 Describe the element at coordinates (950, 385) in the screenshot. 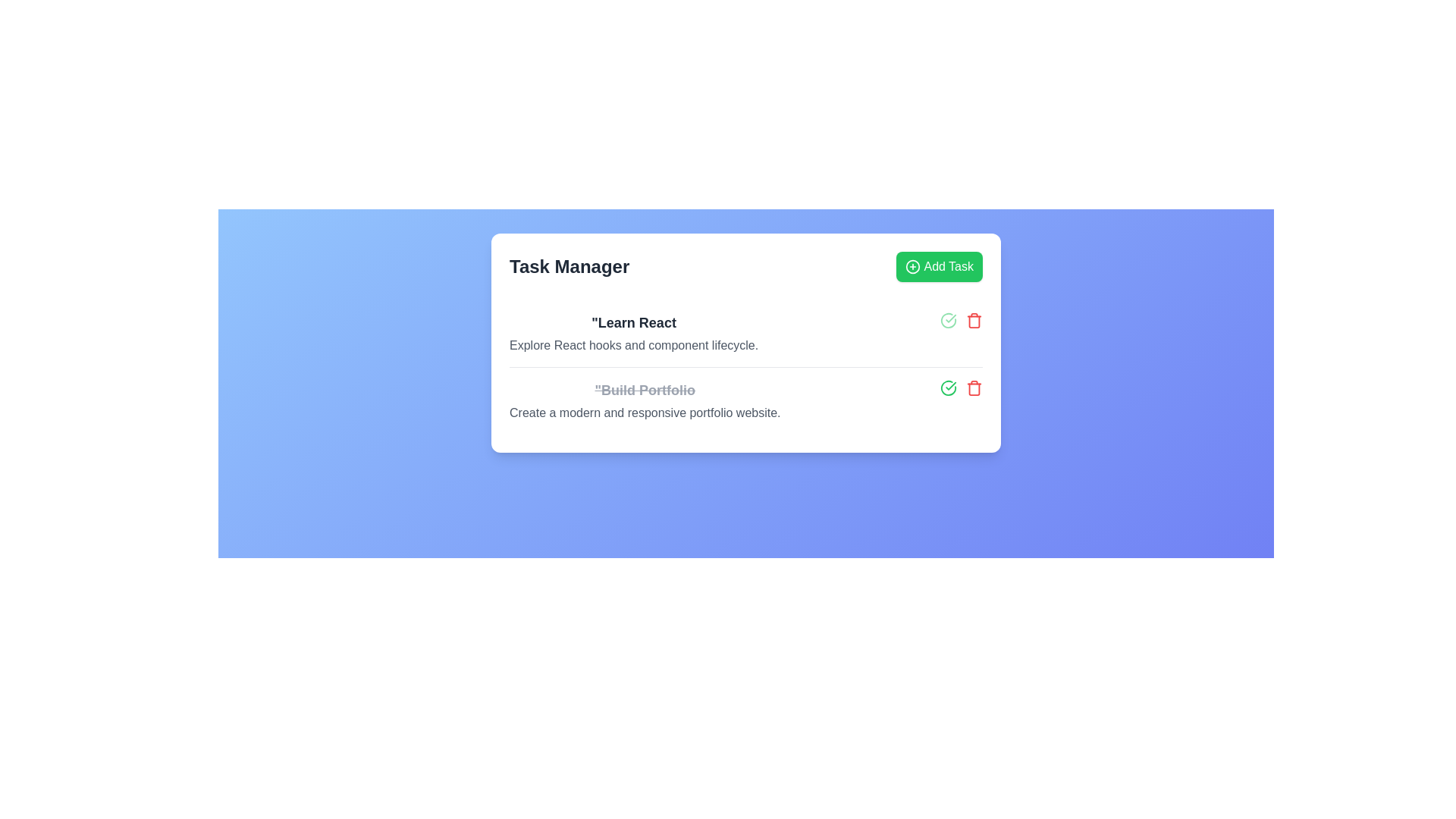

I see `the task completion indicator icon within the 'Learn React' task card, which visually represents that the associated task has been marked as completed` at that location.